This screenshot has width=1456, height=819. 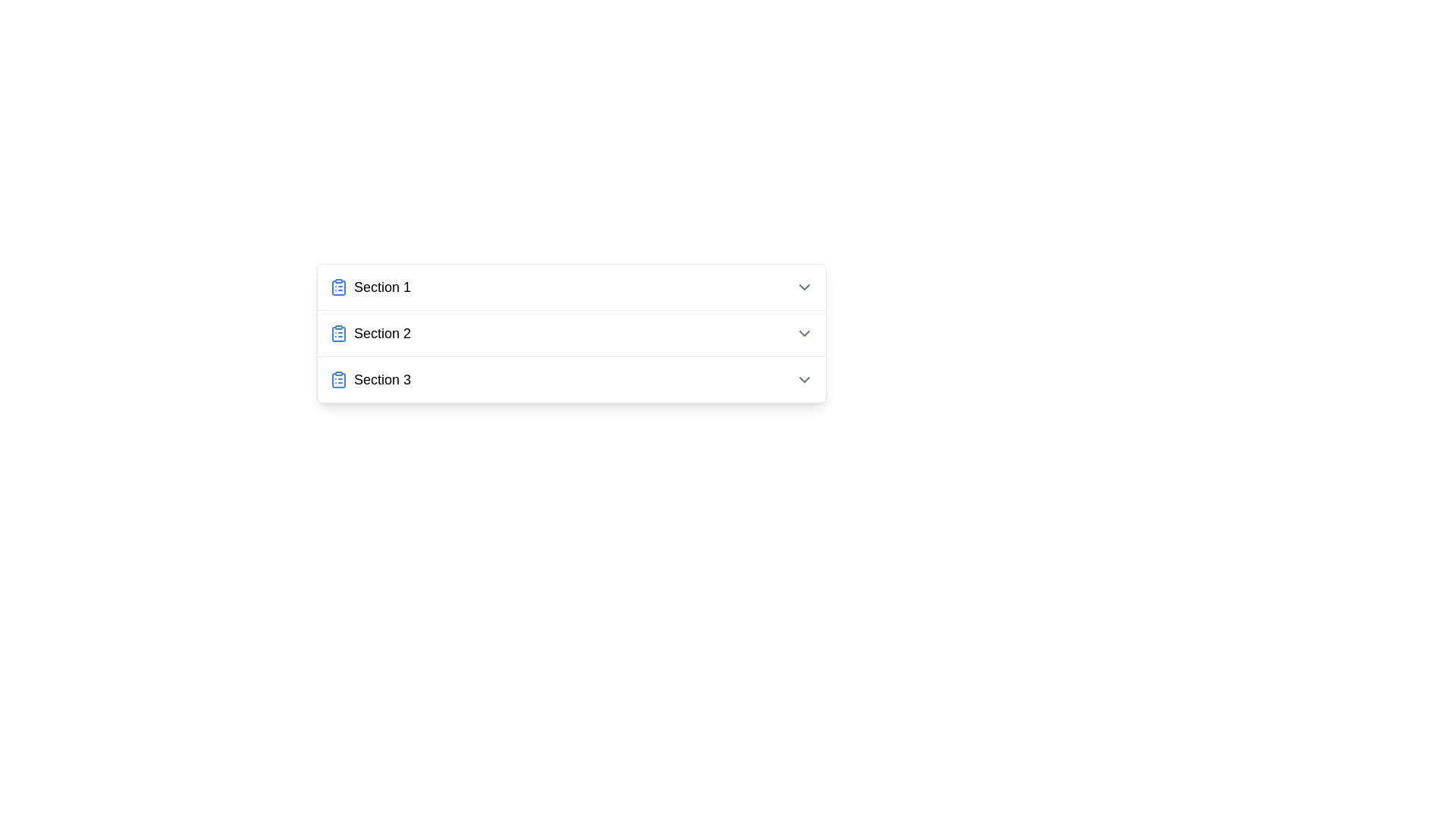 What do you see at coordinates (803, 332) in the screenshot?
I see `the Dropdown icon (chevron) located to the far right of the row for 'Section 2'` at bounding box center [803, 332].